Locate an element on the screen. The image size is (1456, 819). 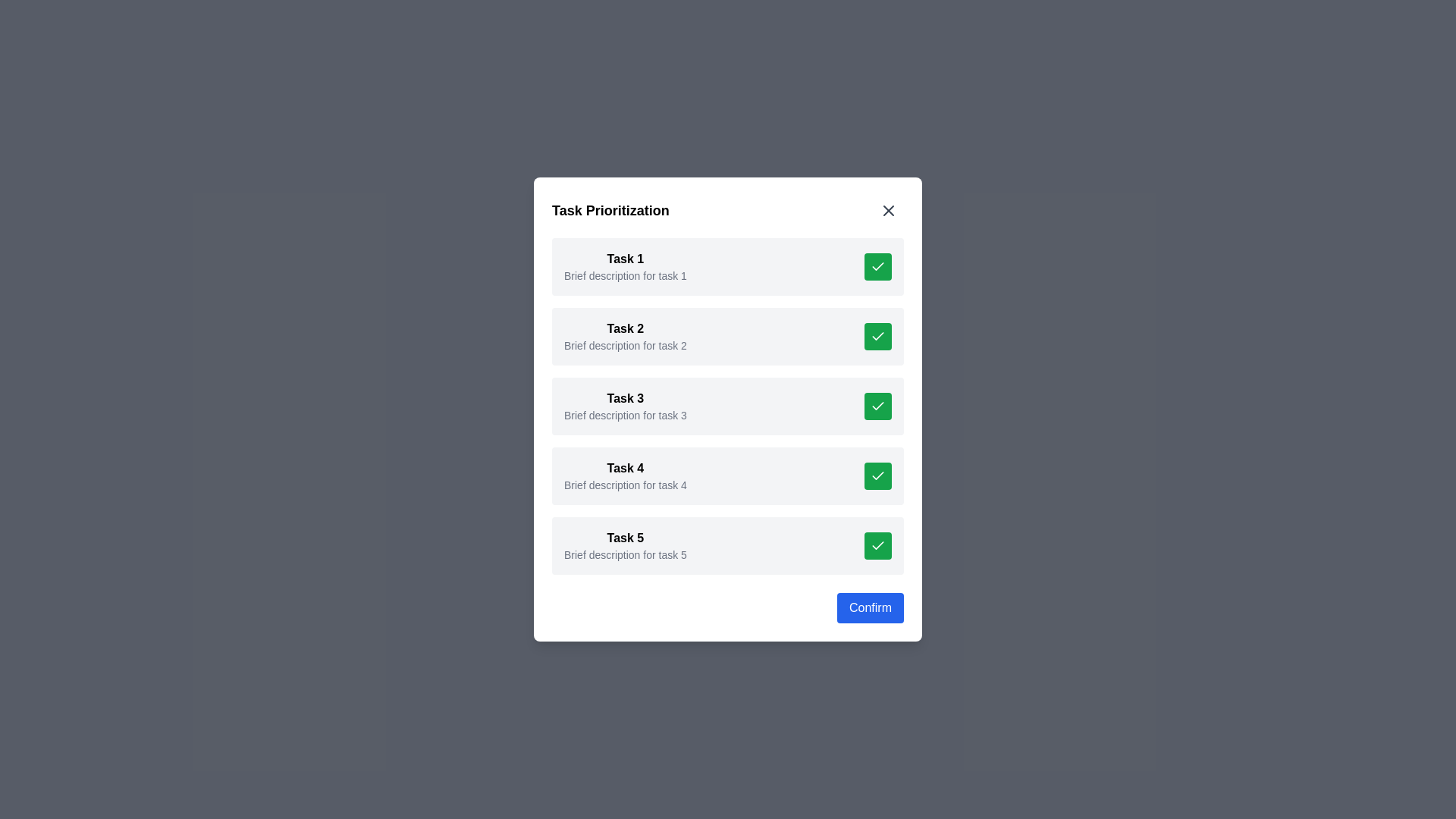
the Composite text block for 'Task 1' is located at coordinates (626, 265).